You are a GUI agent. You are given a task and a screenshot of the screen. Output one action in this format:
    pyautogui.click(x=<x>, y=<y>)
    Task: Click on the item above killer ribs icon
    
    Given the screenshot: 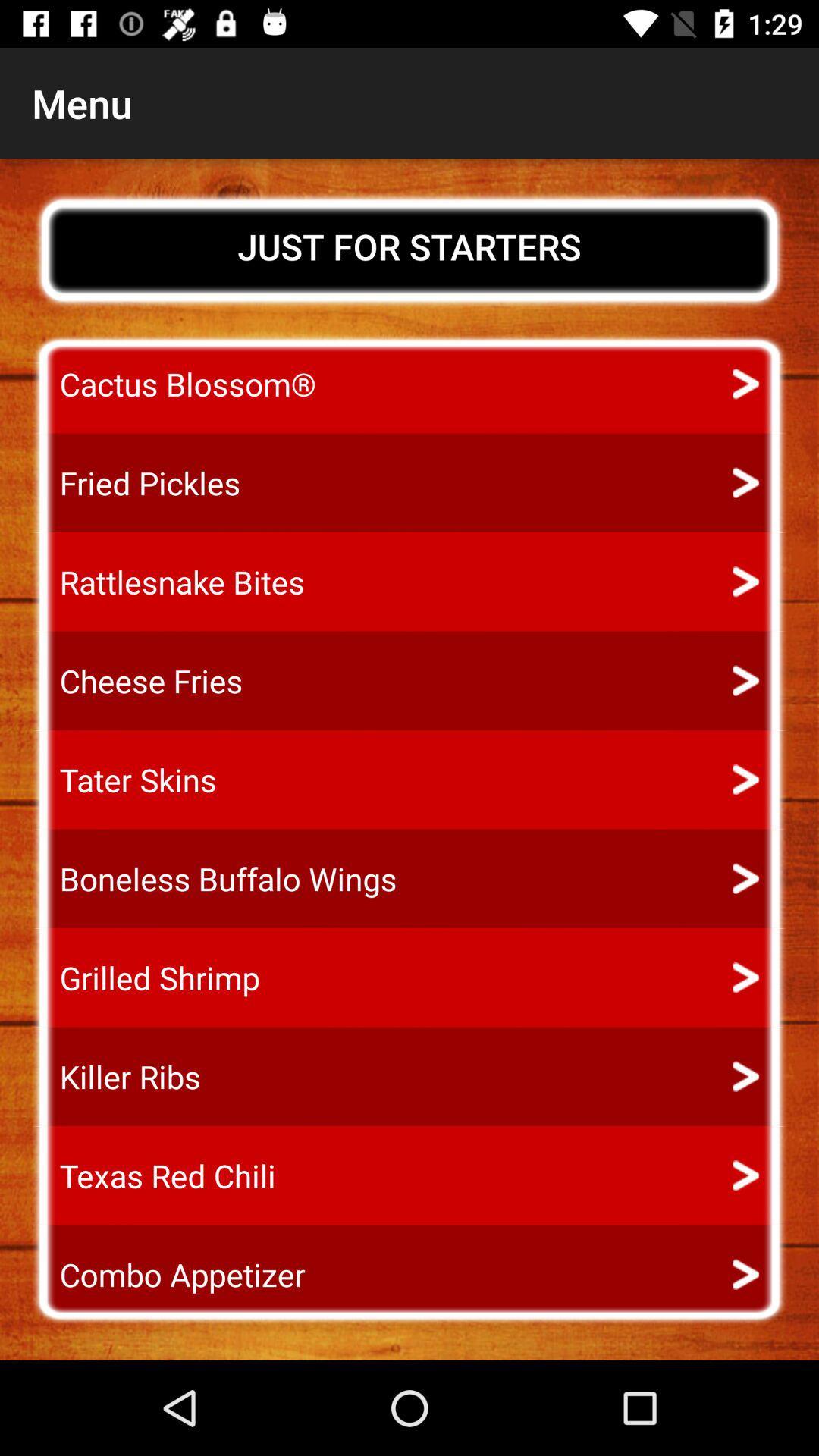 What is the action you would take?
    pyautogui.click(x=146, y=977)
    